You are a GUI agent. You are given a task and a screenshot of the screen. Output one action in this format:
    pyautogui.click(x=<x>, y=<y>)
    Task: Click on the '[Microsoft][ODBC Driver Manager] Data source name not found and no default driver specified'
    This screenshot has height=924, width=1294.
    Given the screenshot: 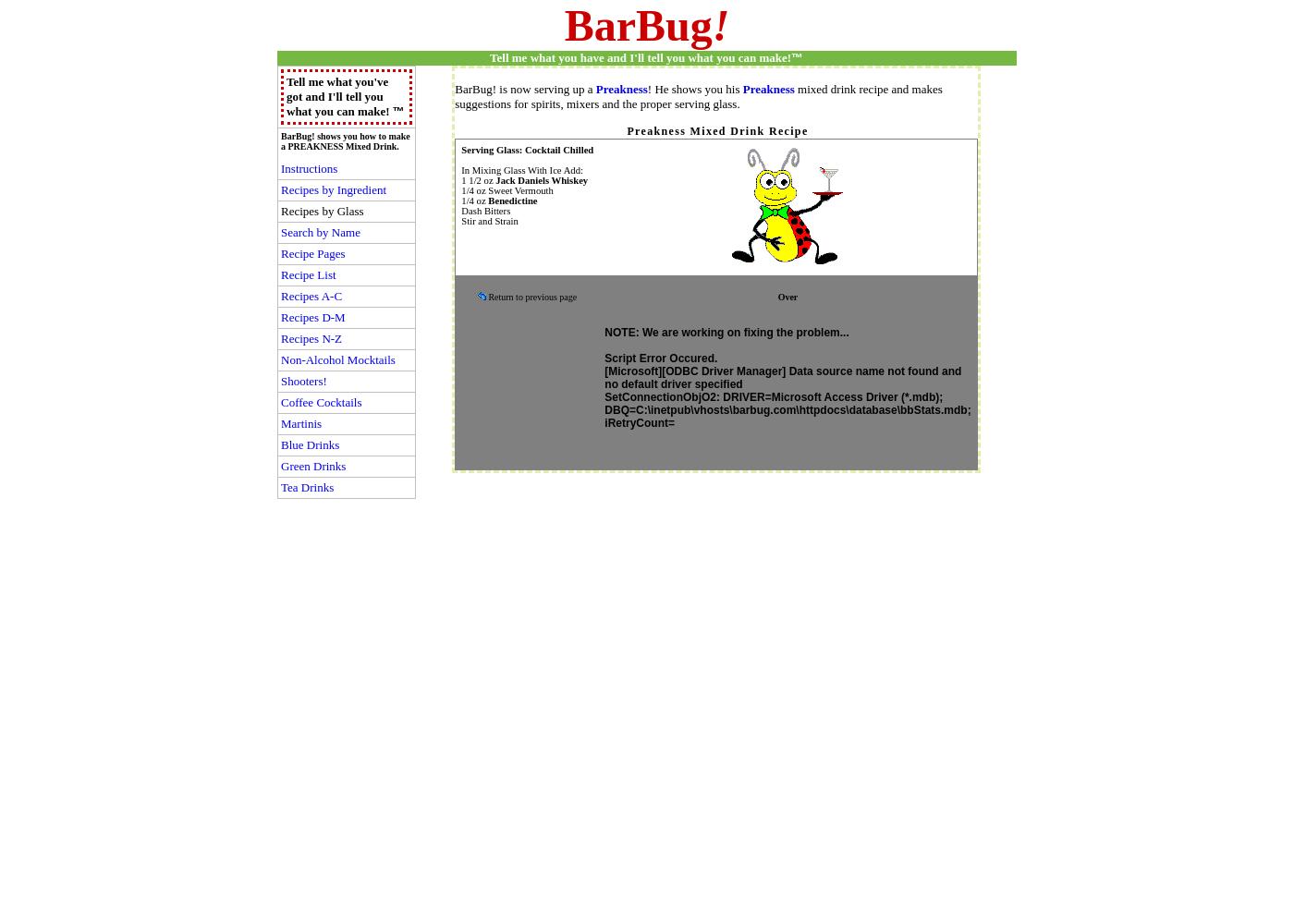 What is the action you would take?
    pyautogui.click(x=783, y=378)
    